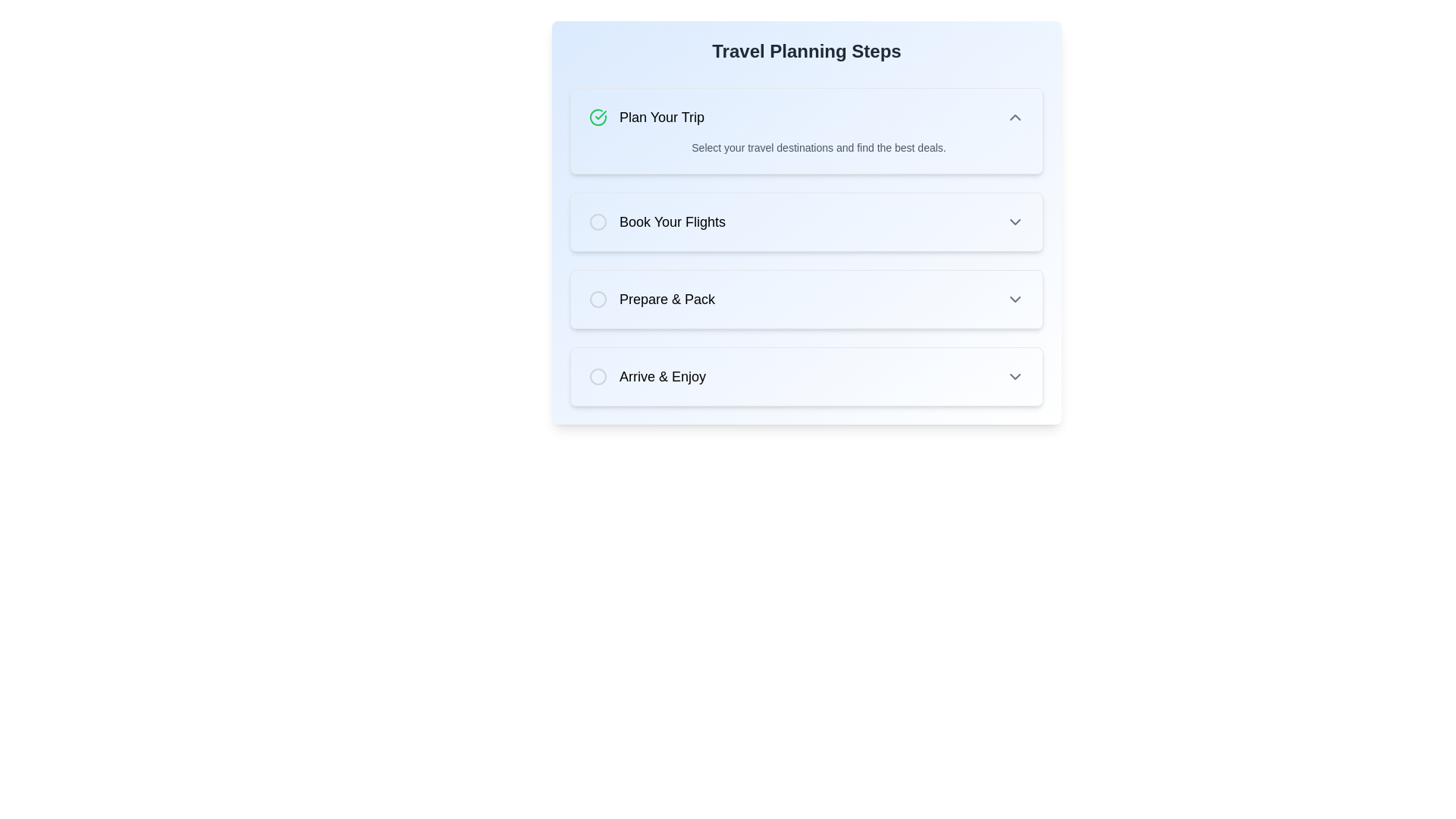  What do you see at coordinates (597, 299) in the screenshot?
I see `the circular SVG icon component located in the 'Prepare & Pack' section, below the 'Book Your Flights' section` at bounding box center [597, 299].